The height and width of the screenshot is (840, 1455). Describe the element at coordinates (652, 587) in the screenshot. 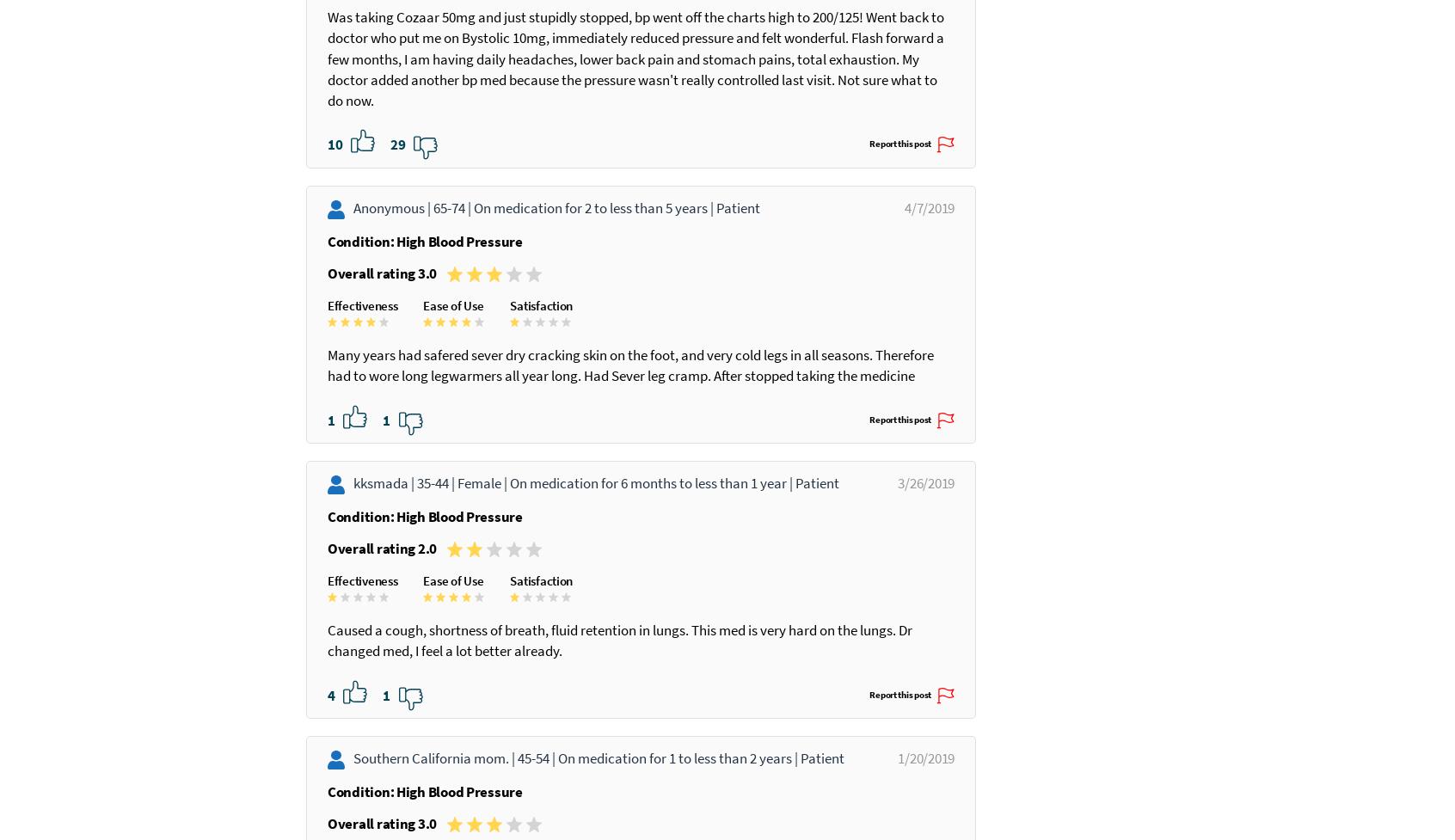

I see `'On medication for 6 months to less than 1 year |'` at that location.